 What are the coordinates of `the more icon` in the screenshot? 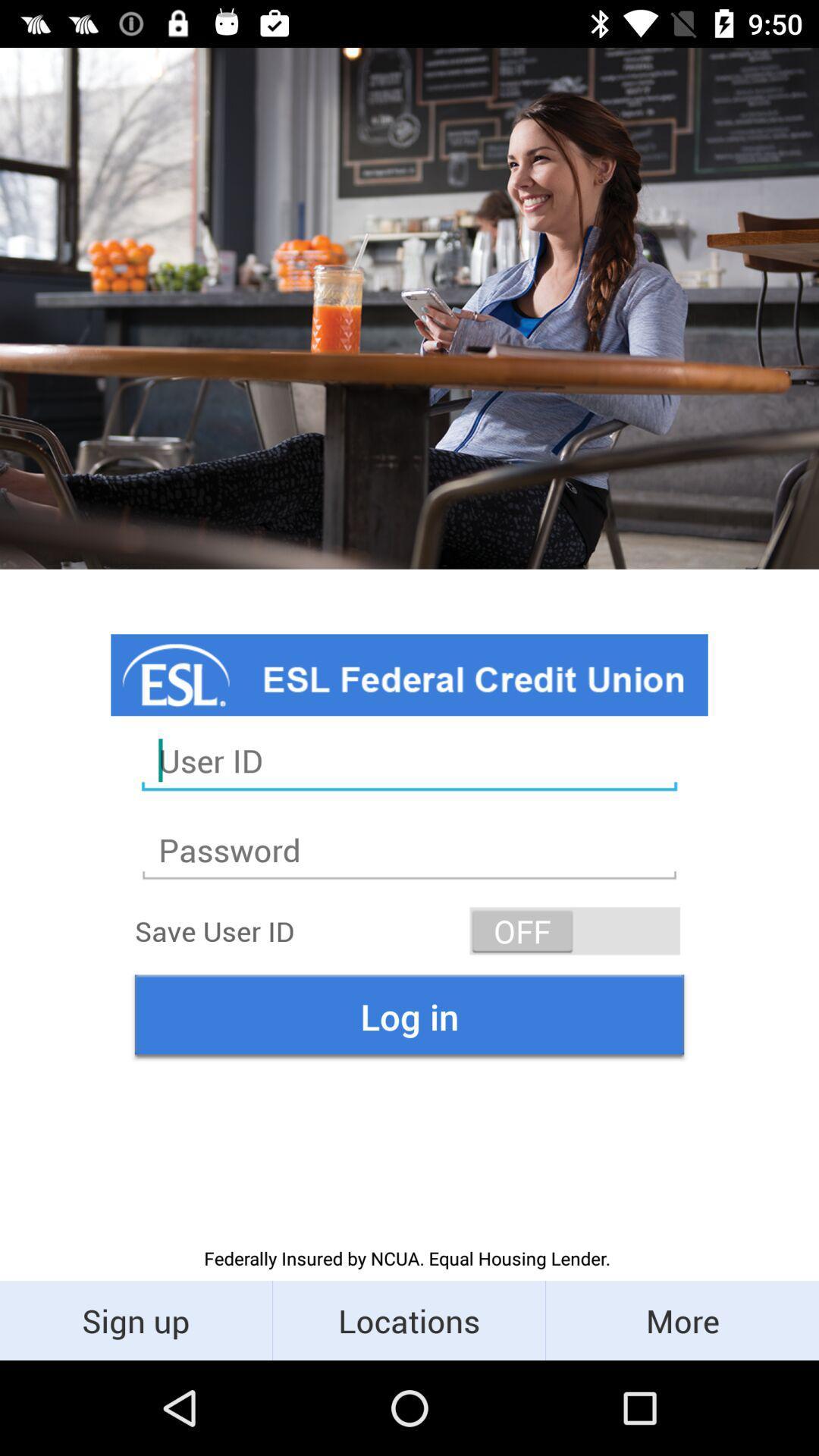 It's located at (681, 1319).